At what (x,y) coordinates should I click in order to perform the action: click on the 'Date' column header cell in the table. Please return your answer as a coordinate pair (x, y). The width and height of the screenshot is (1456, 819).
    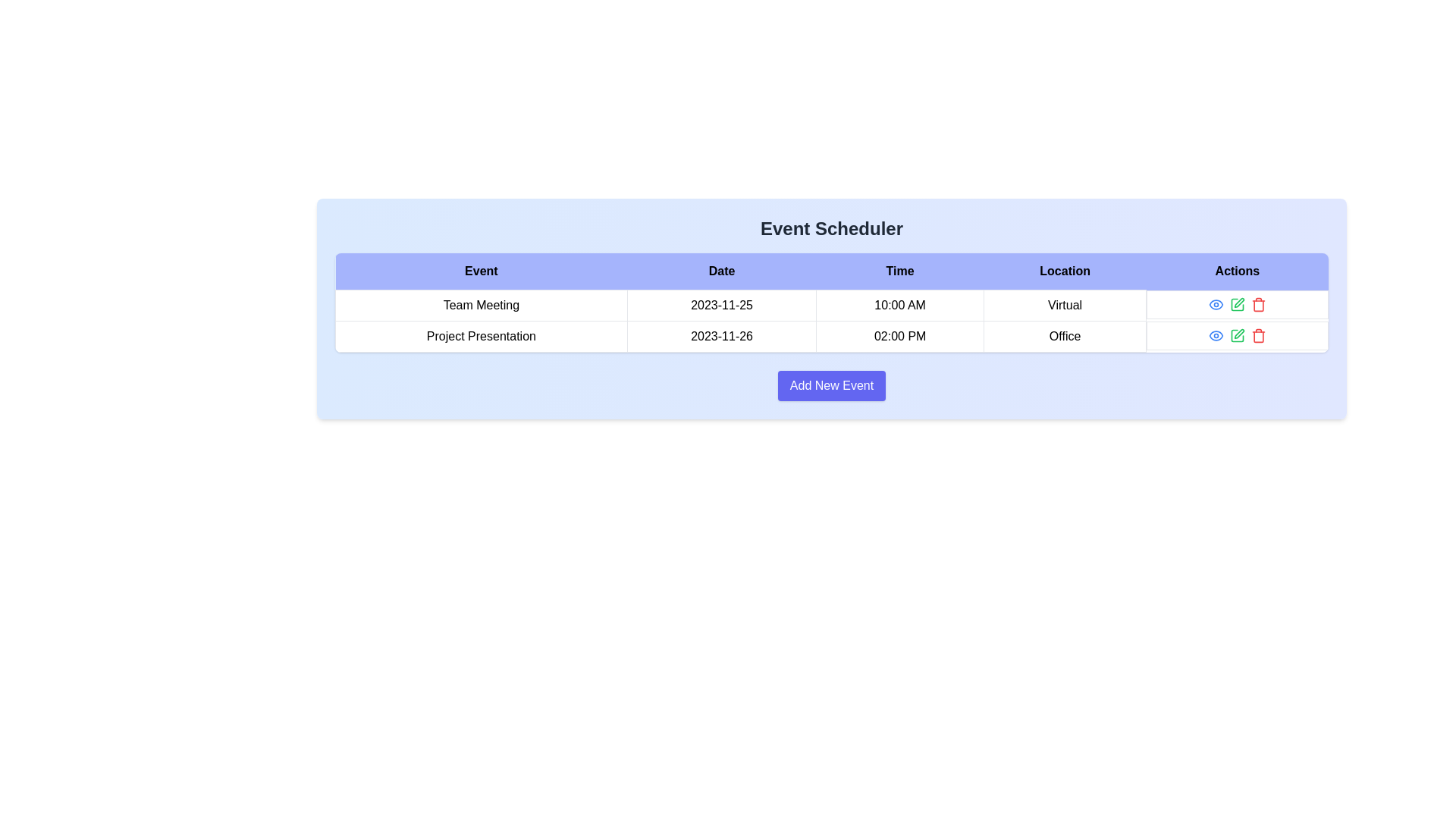
    Looking at the image, I should click on (721, 271).